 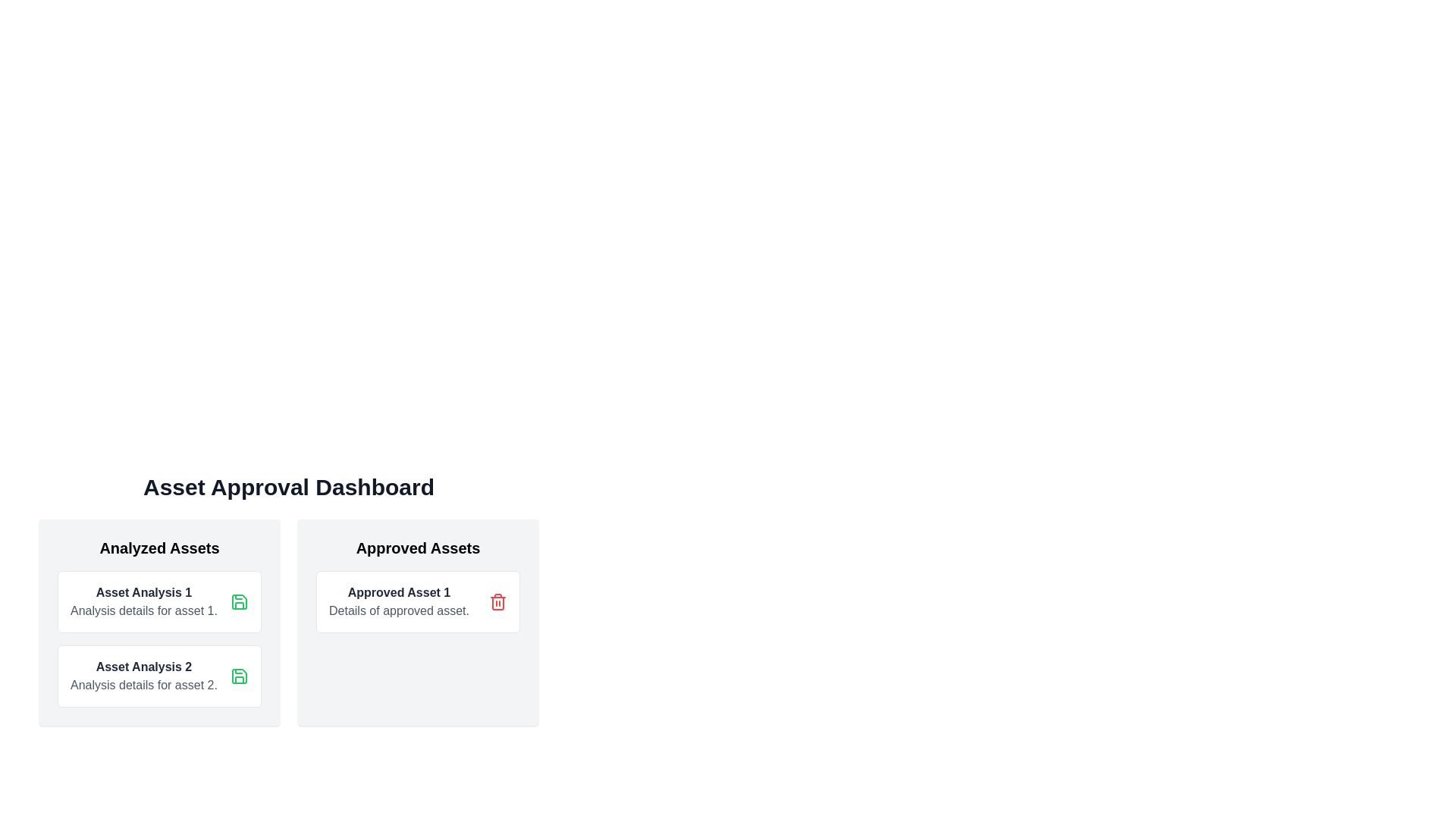 I want to click on text content of the Text Label that displays 'Analysis details for asset 2.', which is styled in gray and positioned below the 'Asset Analysis 2' header in the card, so click(x=143, y=685).